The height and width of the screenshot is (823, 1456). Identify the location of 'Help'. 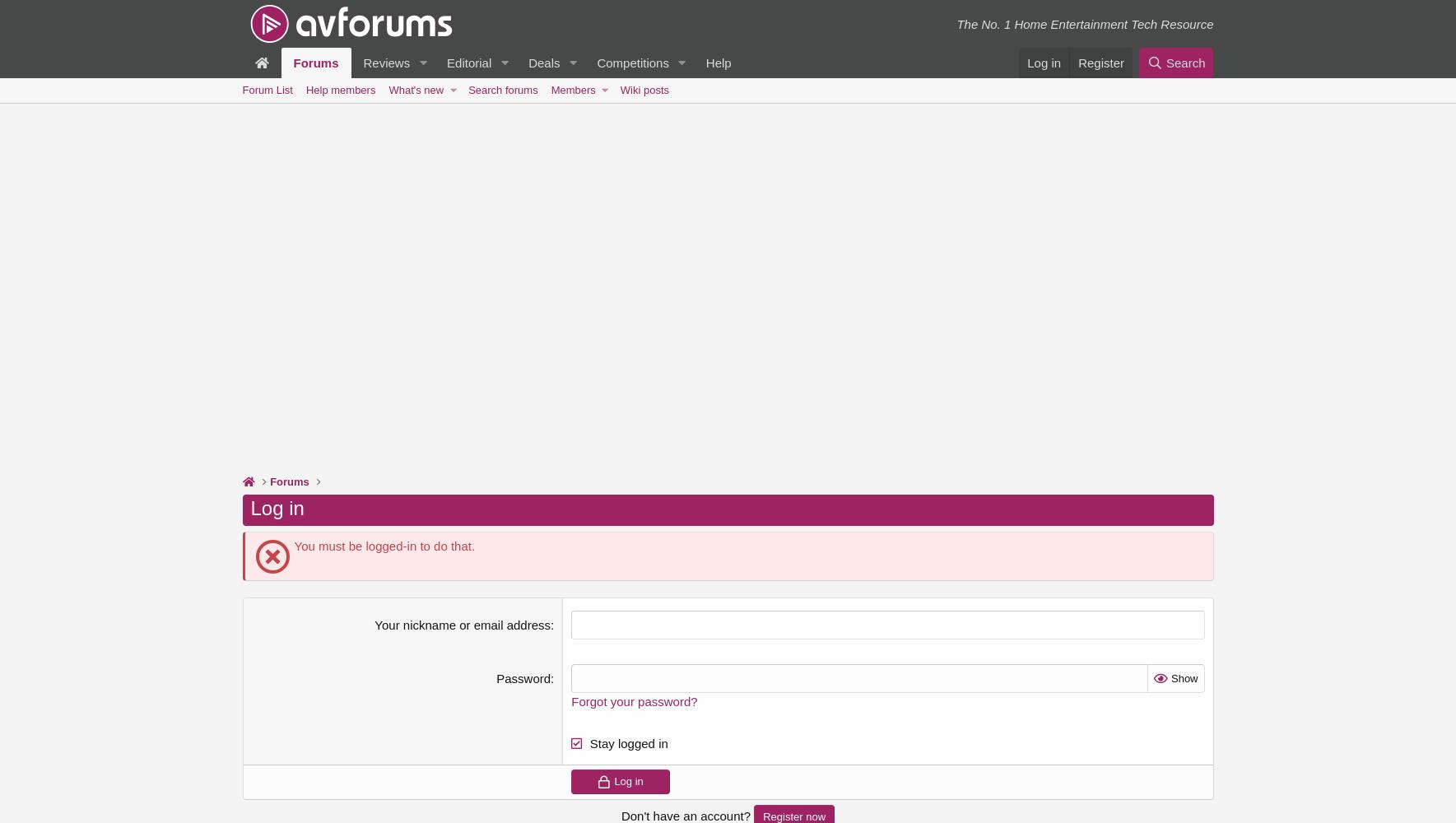
(717, 62).